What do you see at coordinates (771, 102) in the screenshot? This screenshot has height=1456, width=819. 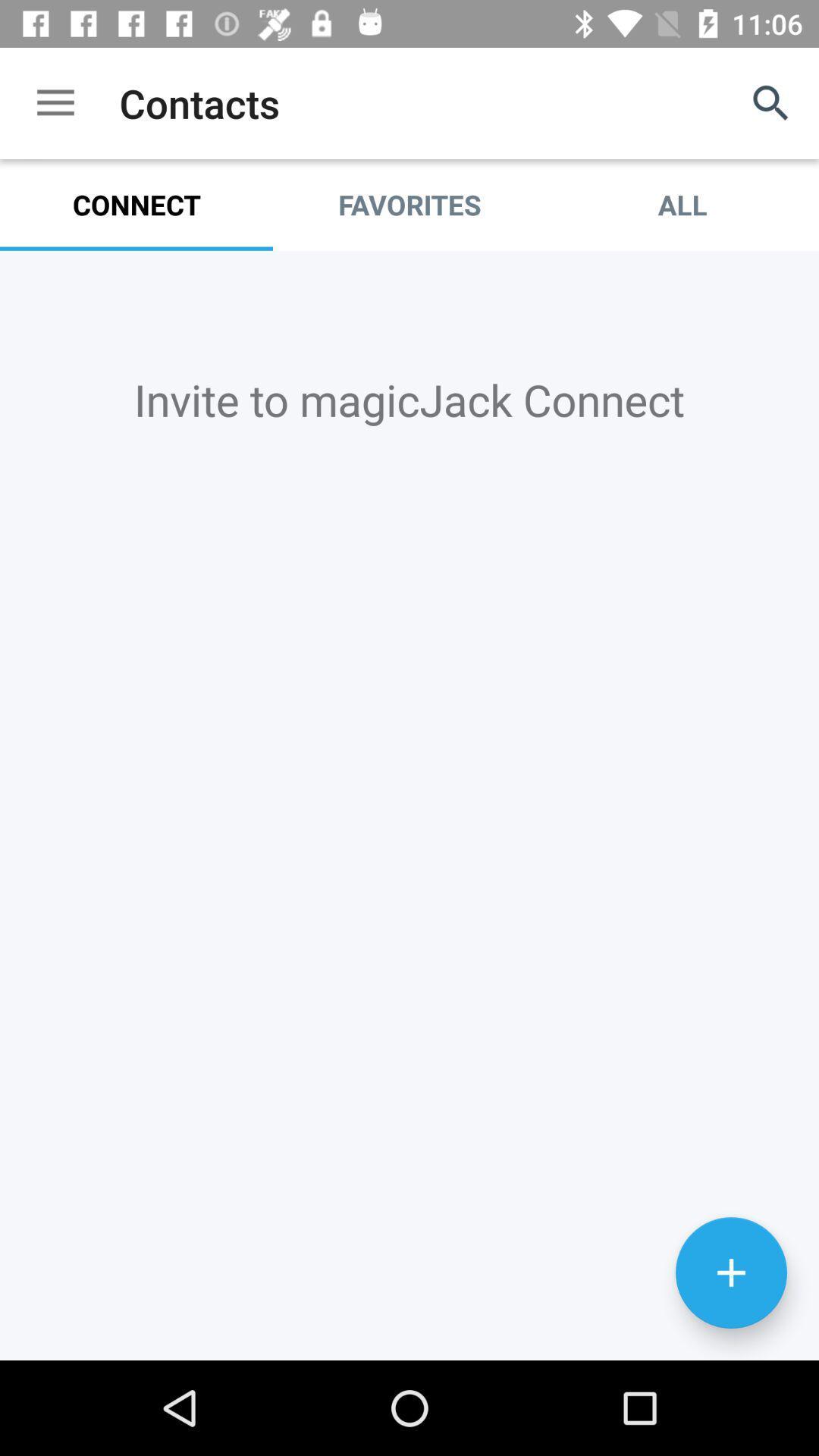 I see `icon to the right of the favorites icon` at bounding box center [771, 102].